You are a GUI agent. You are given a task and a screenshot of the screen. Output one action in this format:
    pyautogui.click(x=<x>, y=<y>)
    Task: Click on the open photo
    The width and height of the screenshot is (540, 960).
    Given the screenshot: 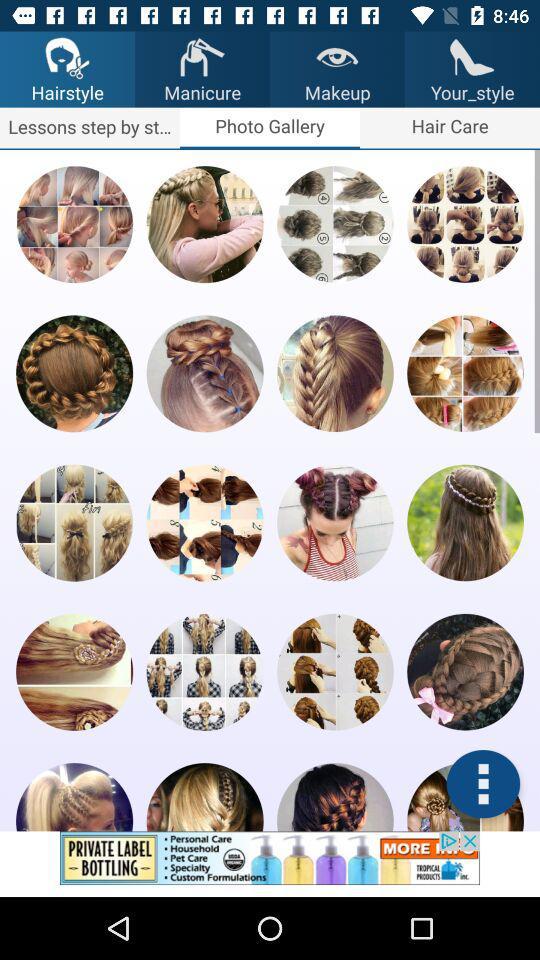 What is the action you would take?
    pyautogui.click(x=204, y=372)
    